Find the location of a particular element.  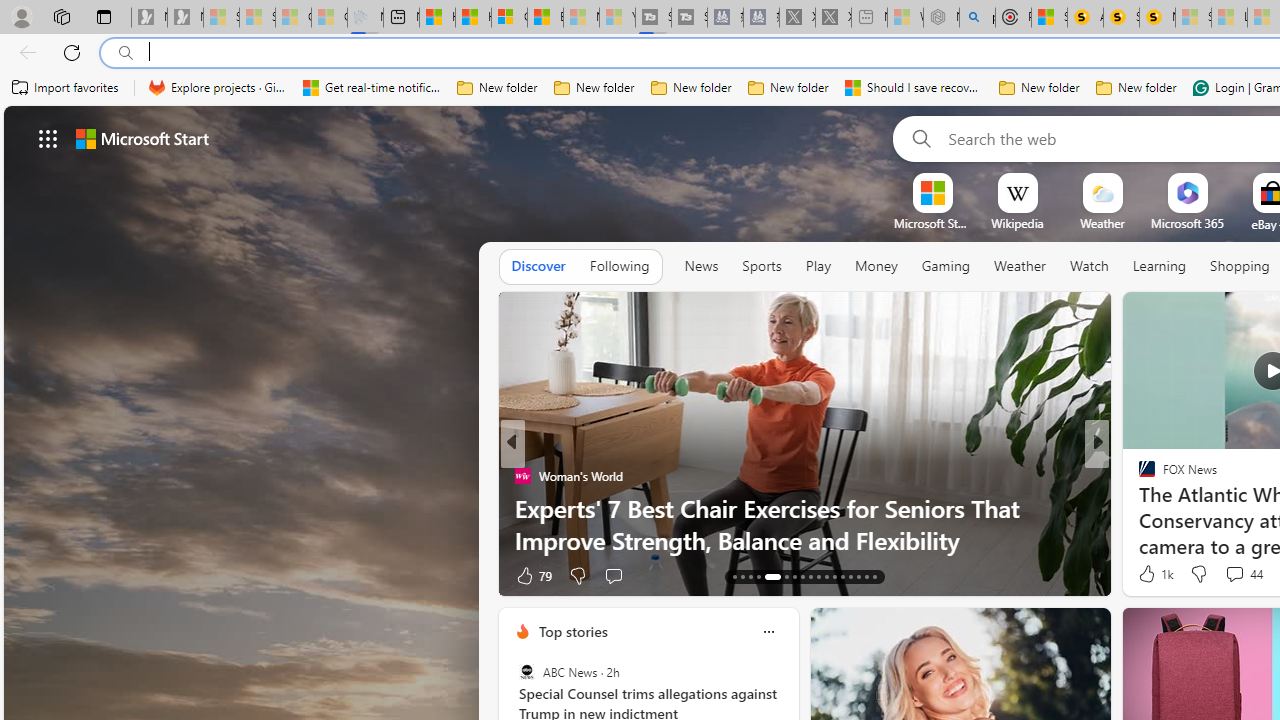

'View comments 1 Comment' is located at coordinates (1234, 575).